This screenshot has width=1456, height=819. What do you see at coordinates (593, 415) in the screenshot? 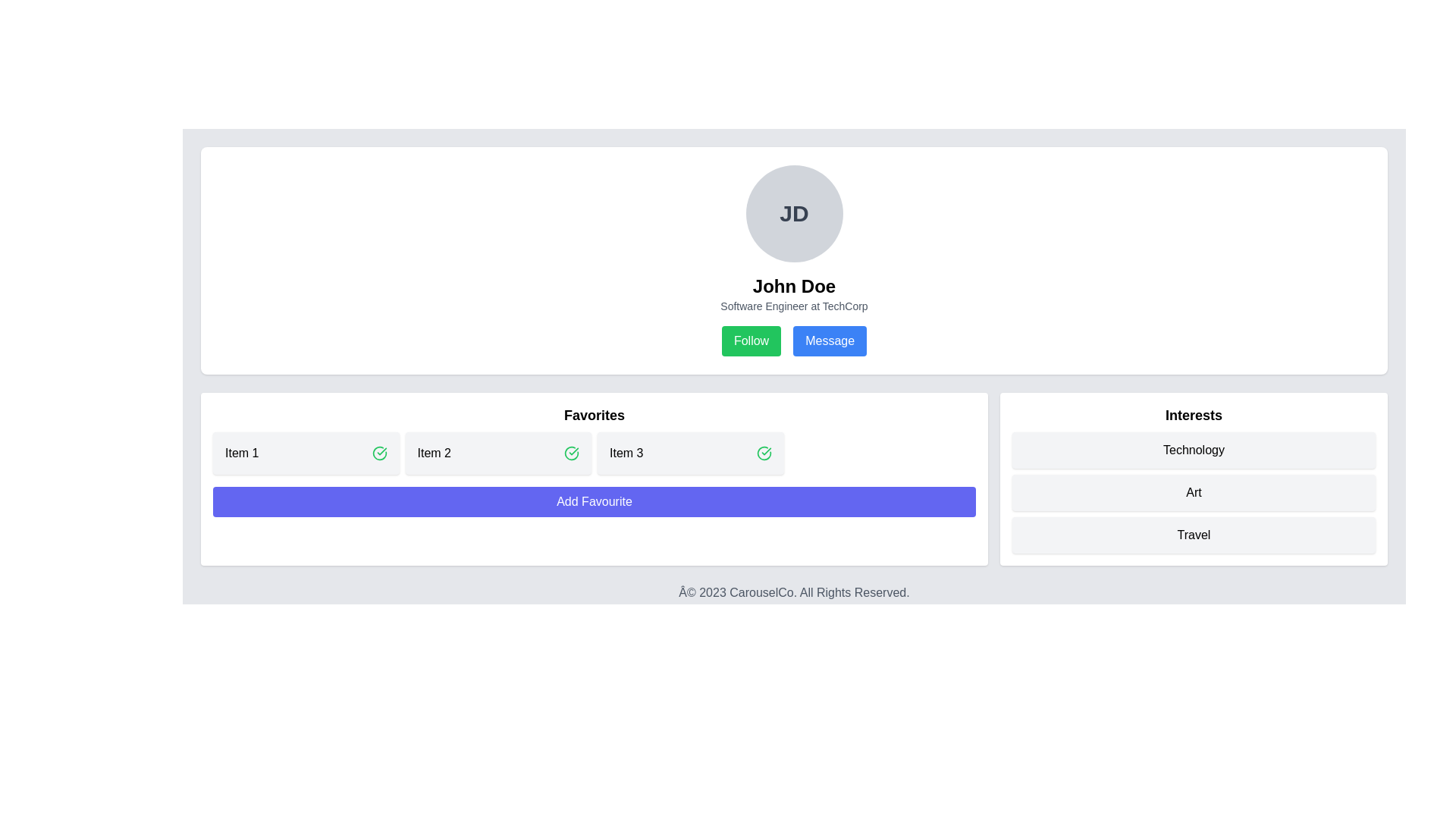
I see `the 'Favorites' section header text label, which serves as a visual cue for the content and functionality of the section below` at bounding box center [593, 415].